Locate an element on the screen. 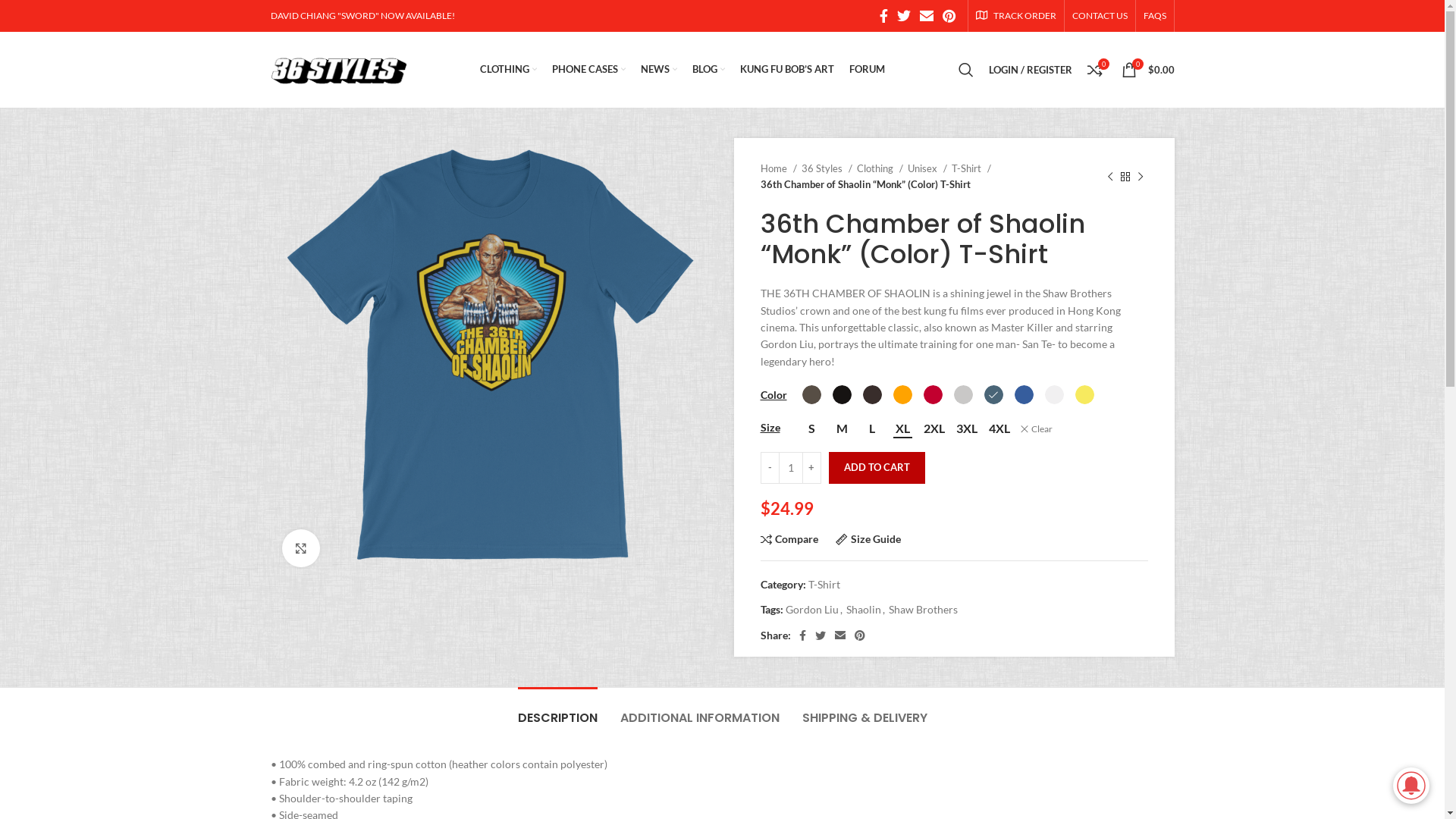 This screenshot has height=819, width=1456. 'DESCRIPTION' is located at coordinates (556, 710).